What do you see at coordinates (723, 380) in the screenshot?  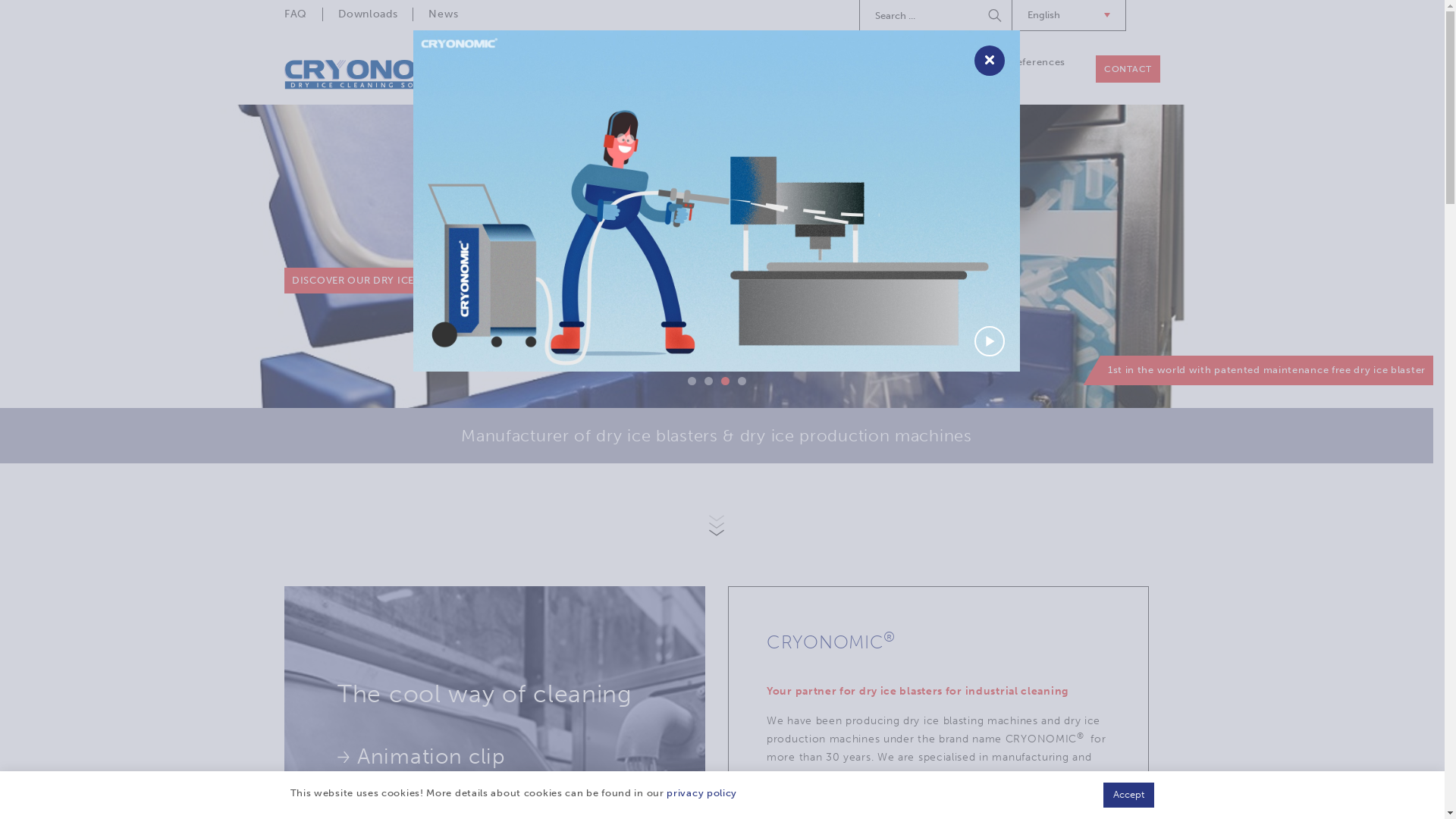 I see `'3'` at bounding box center [723, 380].